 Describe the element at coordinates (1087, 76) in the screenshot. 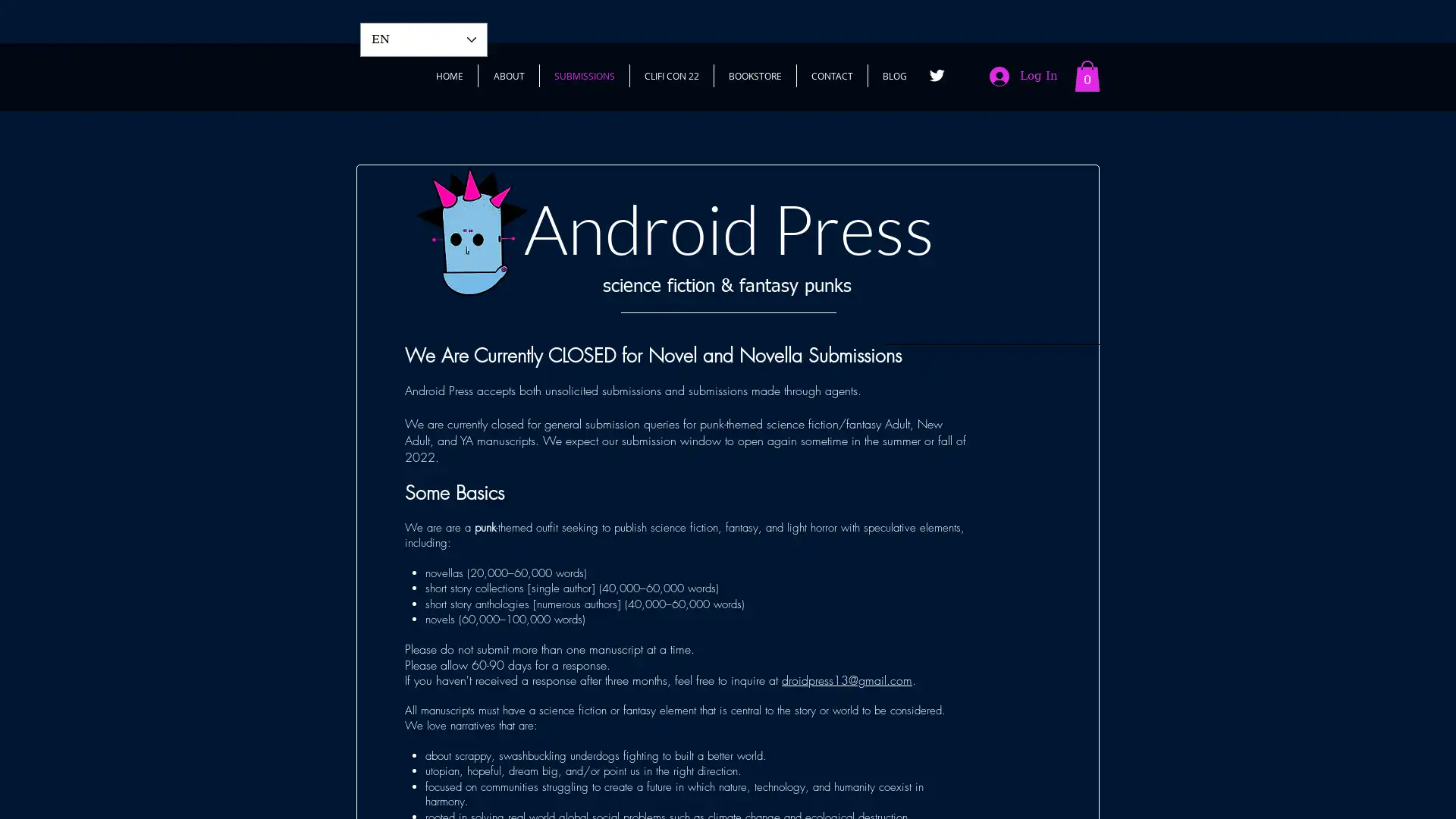

I see `Cart with 0 items` at that location.